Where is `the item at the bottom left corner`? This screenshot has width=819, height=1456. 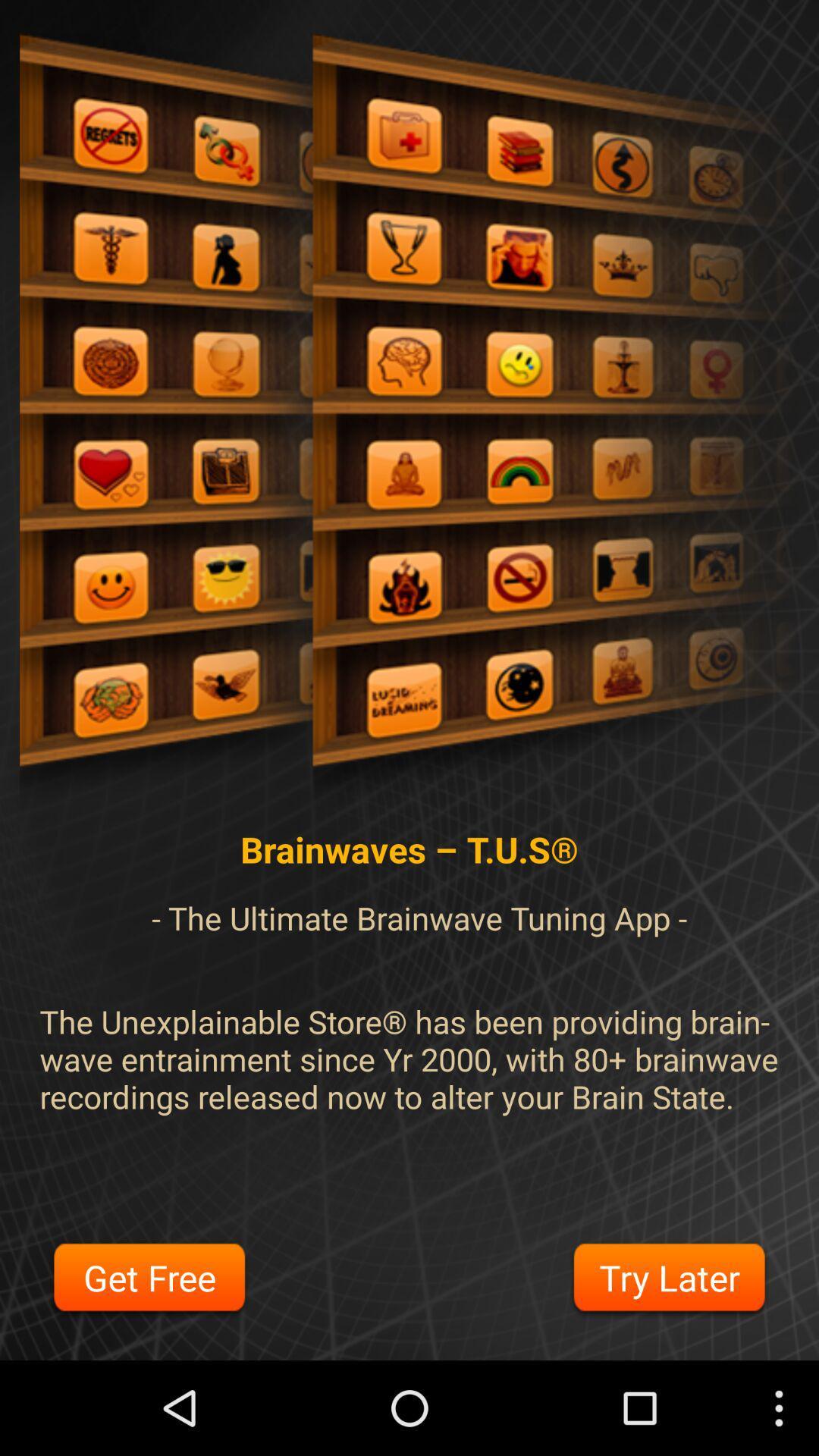 the item at the bottom left corner is located at coordinates (149, 1280).